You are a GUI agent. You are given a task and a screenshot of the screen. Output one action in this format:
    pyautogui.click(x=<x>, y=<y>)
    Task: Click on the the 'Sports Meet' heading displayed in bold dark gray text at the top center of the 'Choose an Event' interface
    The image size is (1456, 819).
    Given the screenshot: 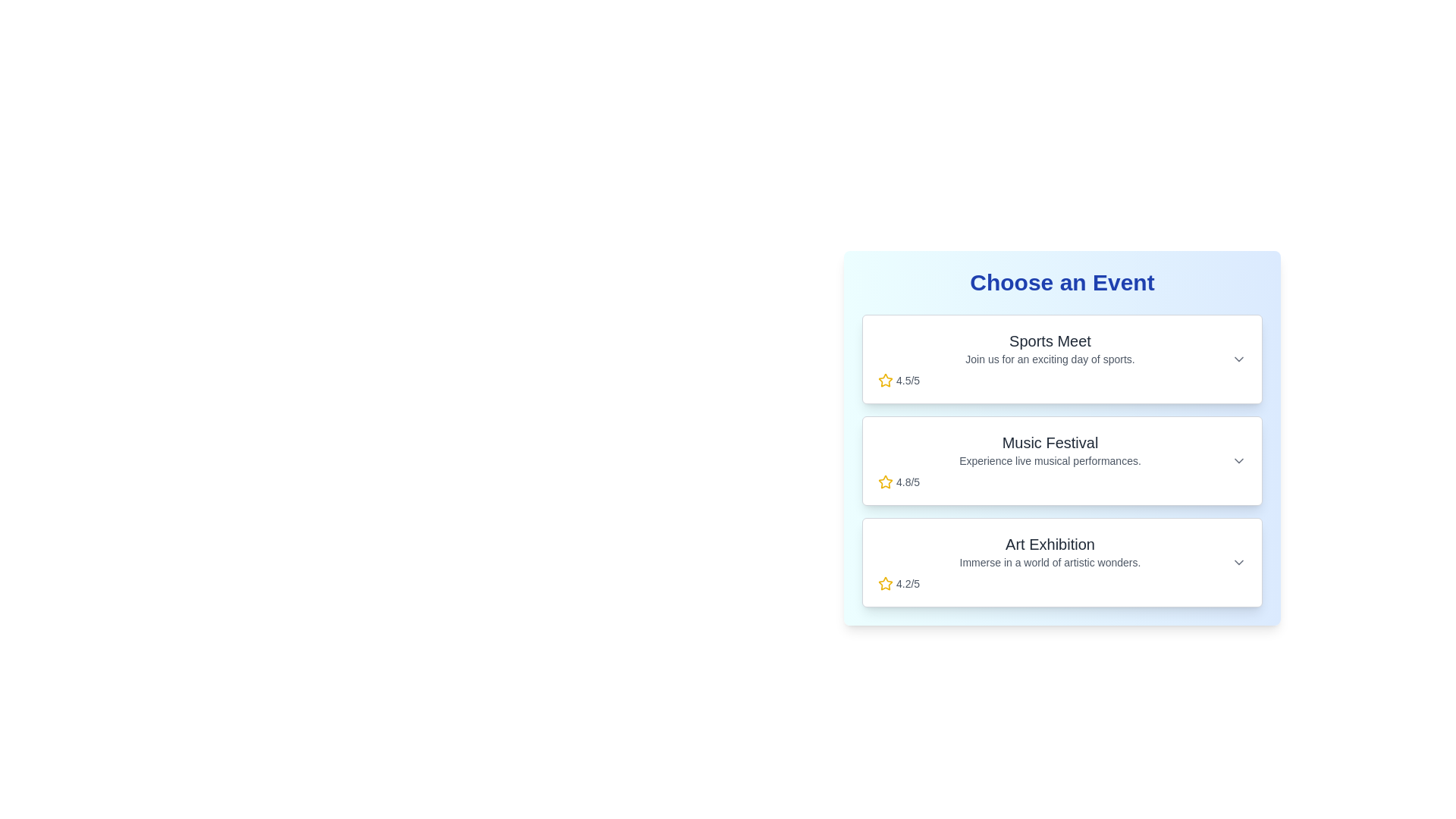 What is the action you would take?
    pyautogui.click(x=1050, y=341)
    